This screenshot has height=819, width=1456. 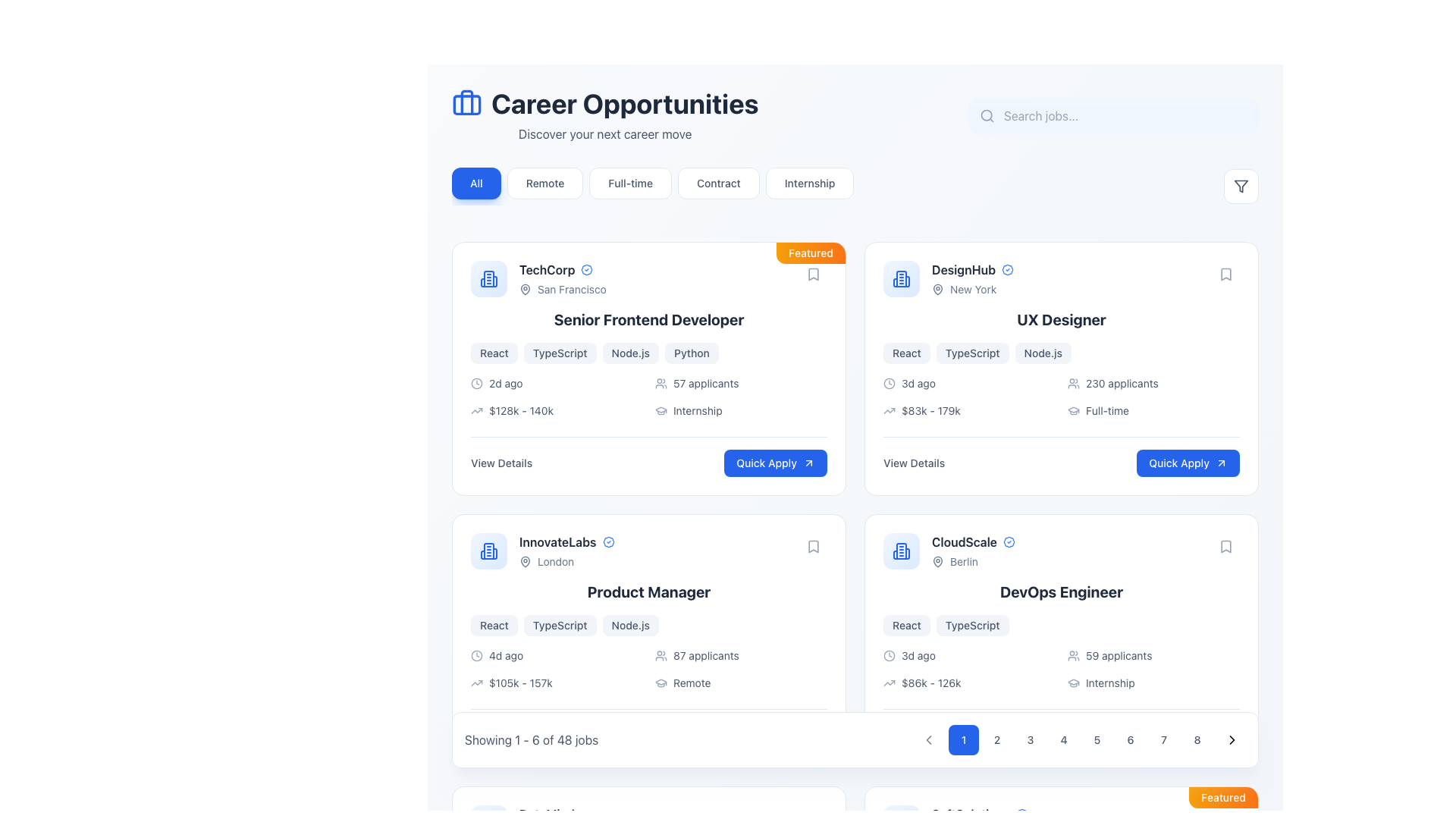 I want to click on the 'TypeScript' label in the job posting section titled 'InnovateLabs Product Manager', which is positioned between 'React' and 'Node.js', so click(x=559, y=626).